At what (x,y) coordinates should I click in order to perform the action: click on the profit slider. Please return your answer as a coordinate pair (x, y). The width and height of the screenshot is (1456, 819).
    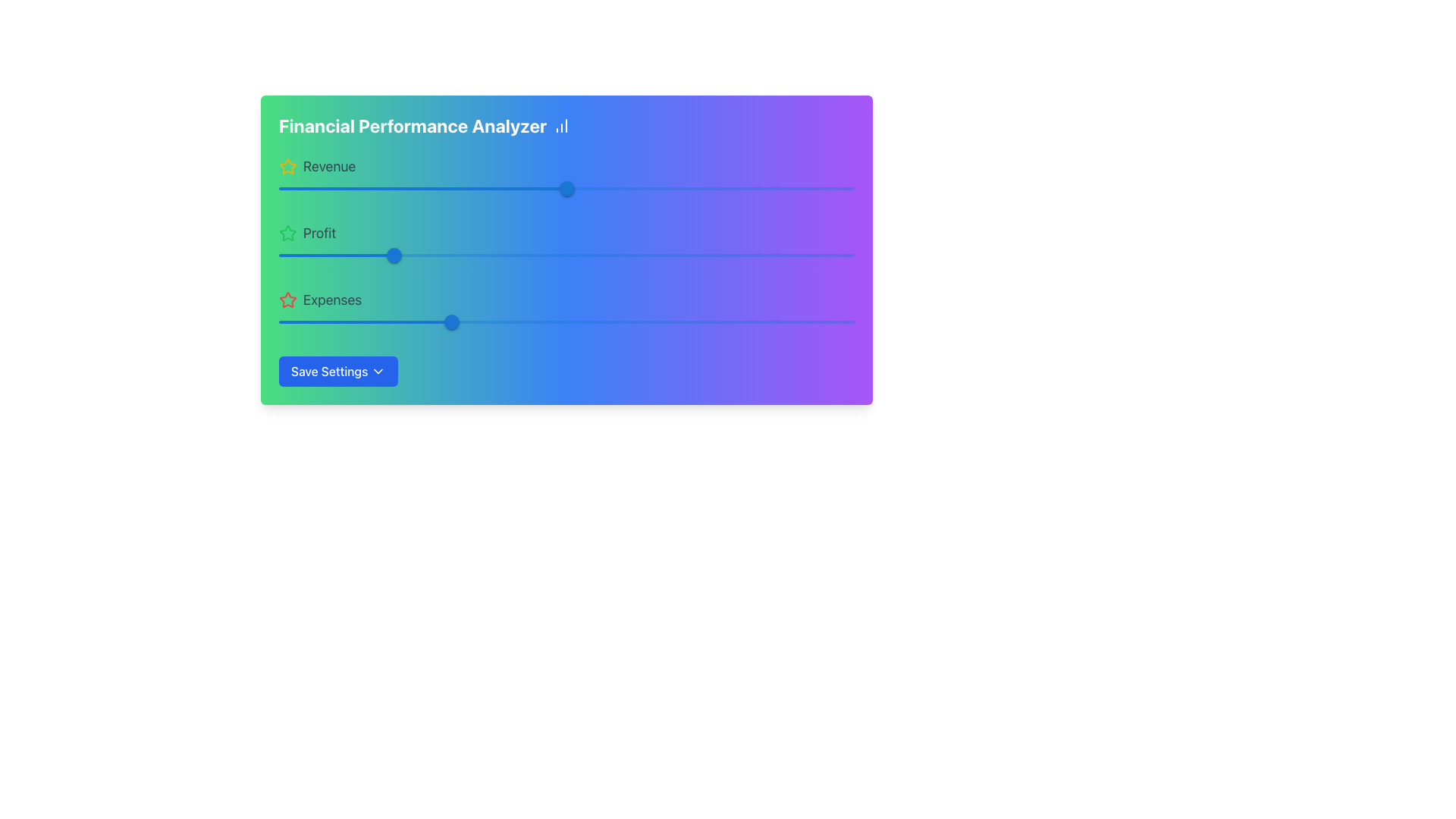
    Looking at the image, I should click on (386, 254).